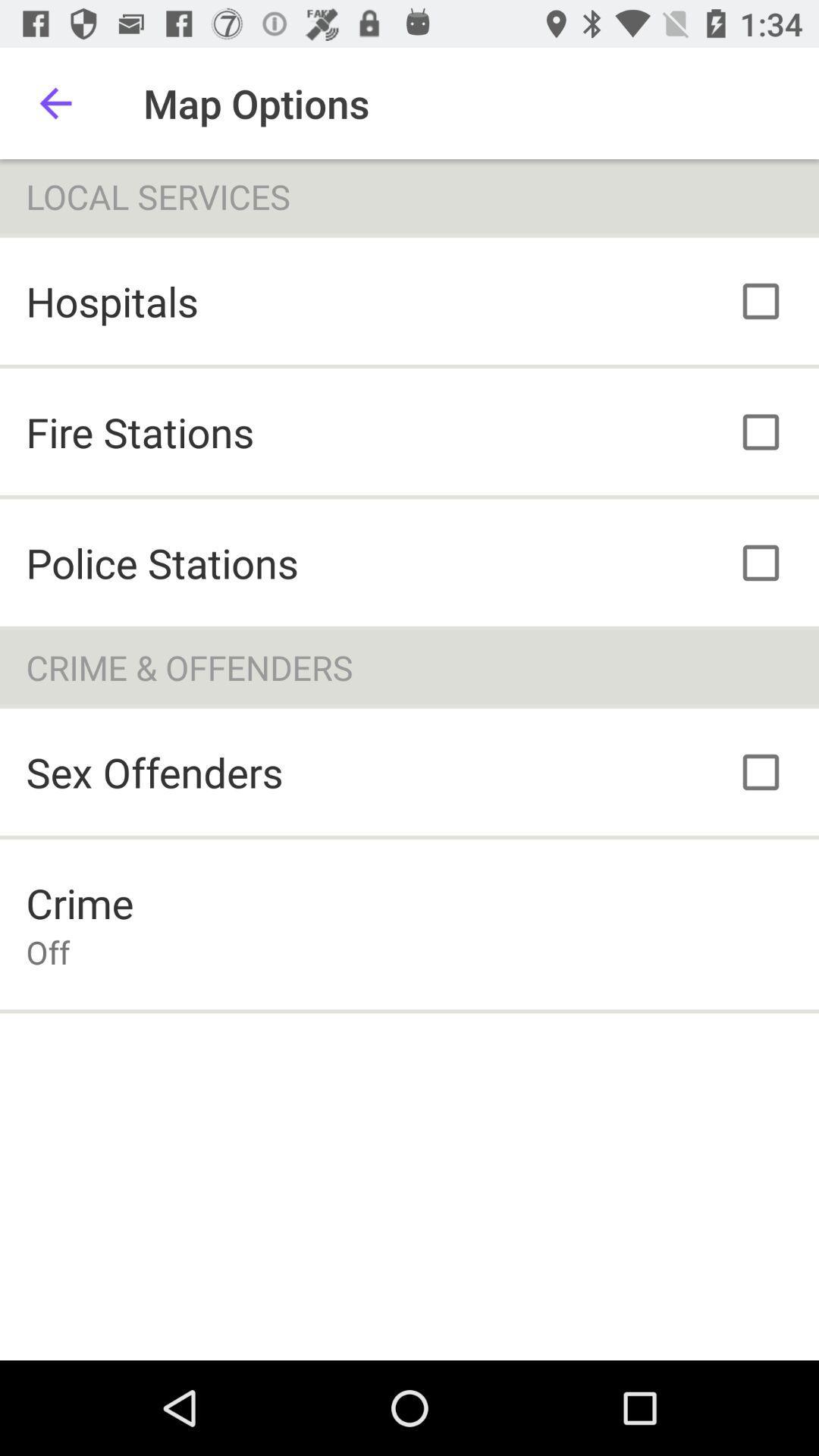 The width and height of the screenshot is (819, 1456). I want to click on the icon above police stations icon, so click(140, 431).